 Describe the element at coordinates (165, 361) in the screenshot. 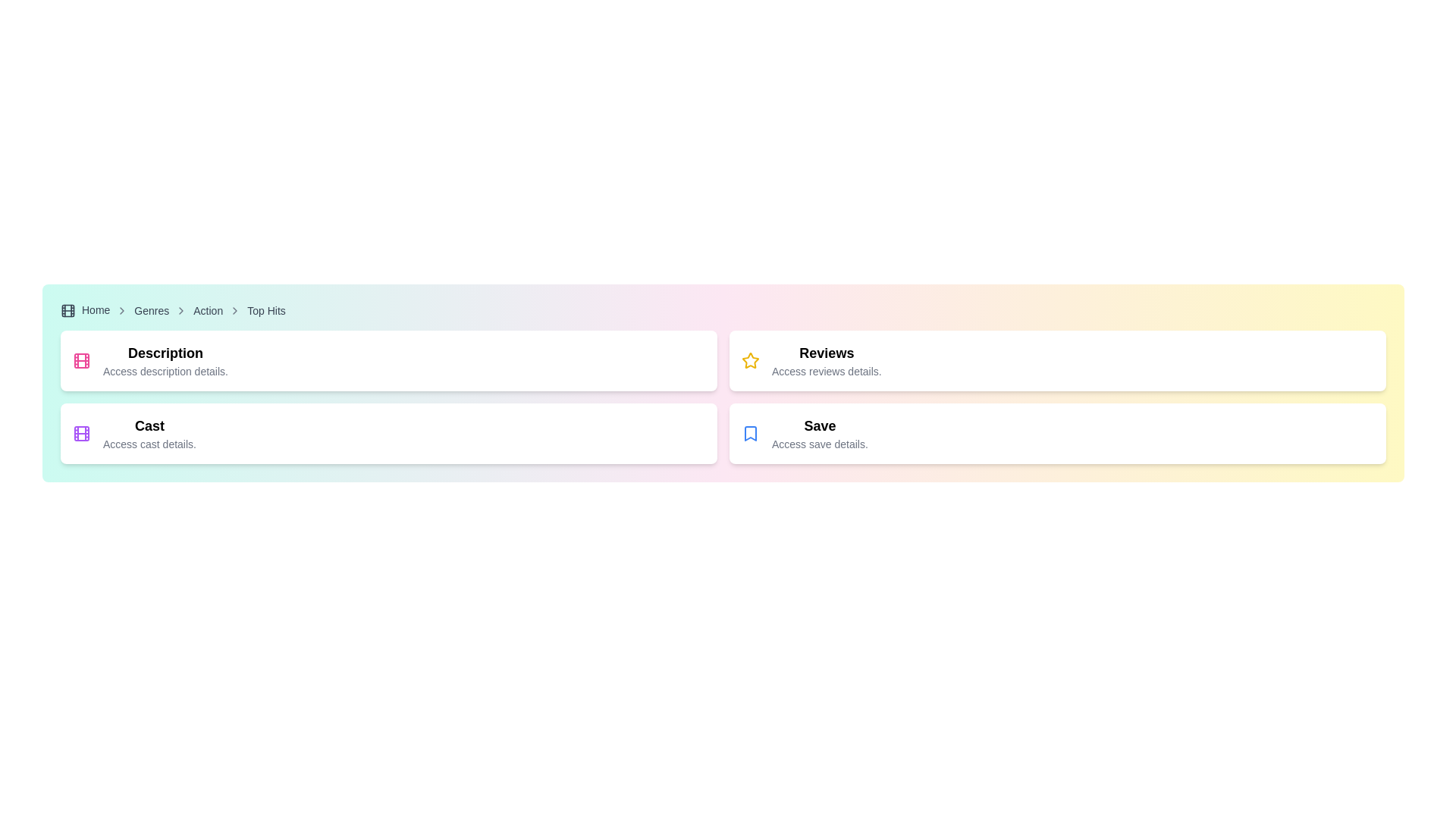

I see `the text-based UI component labeled 'Description' with a muted text below it saying 'Access description details.' located in the upper-left quadrant of the interface` at that location.